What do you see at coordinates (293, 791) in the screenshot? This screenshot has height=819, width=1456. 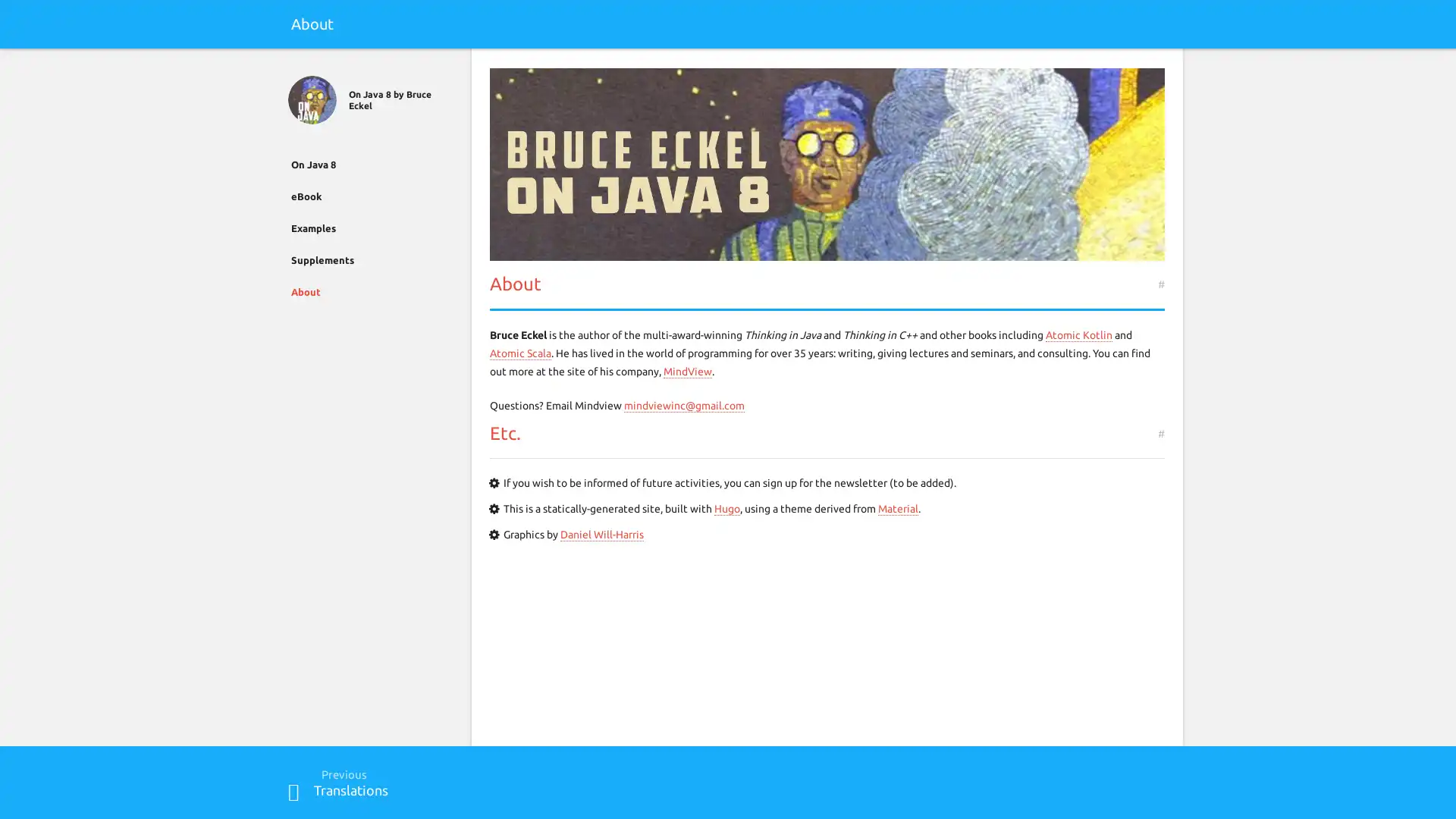 I see `Previous` at bounding box center [293, 791].